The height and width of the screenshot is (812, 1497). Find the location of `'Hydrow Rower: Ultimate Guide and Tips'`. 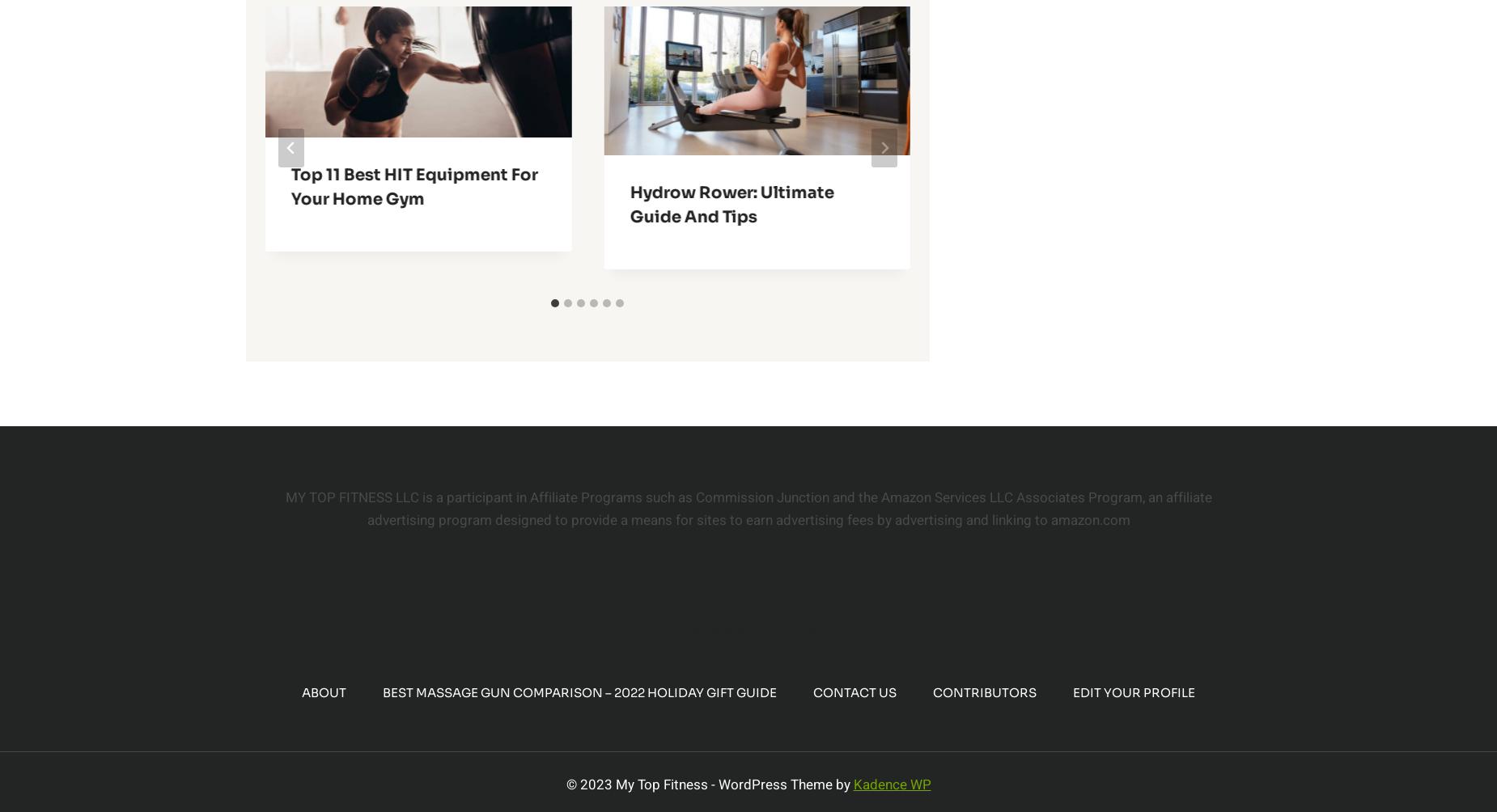

'Hydrow Rower: Ultimate Guide and Tips' is located at coordinates (731, 205).